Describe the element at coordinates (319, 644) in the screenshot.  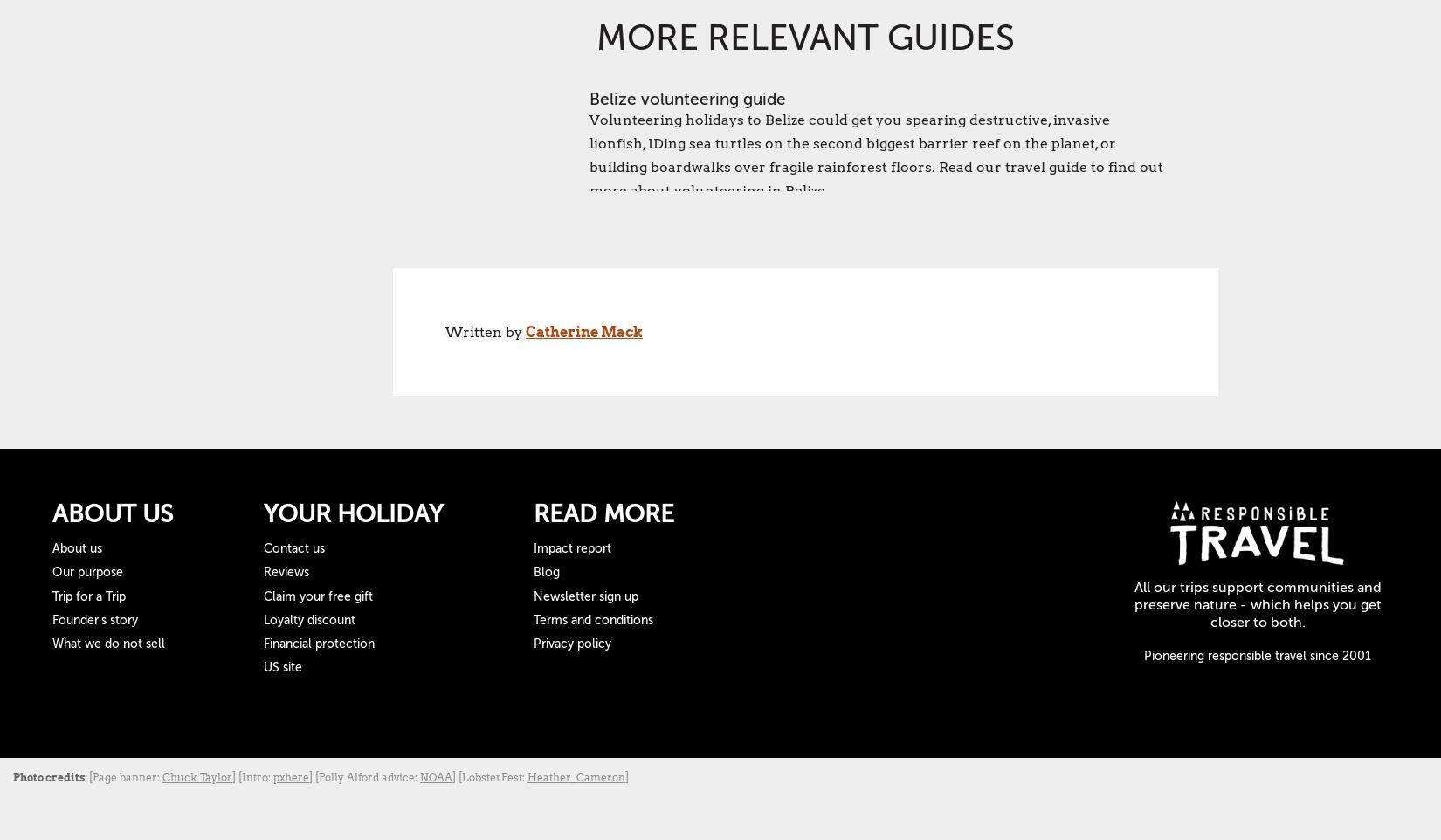
I see `'Financial protection'` at that location.